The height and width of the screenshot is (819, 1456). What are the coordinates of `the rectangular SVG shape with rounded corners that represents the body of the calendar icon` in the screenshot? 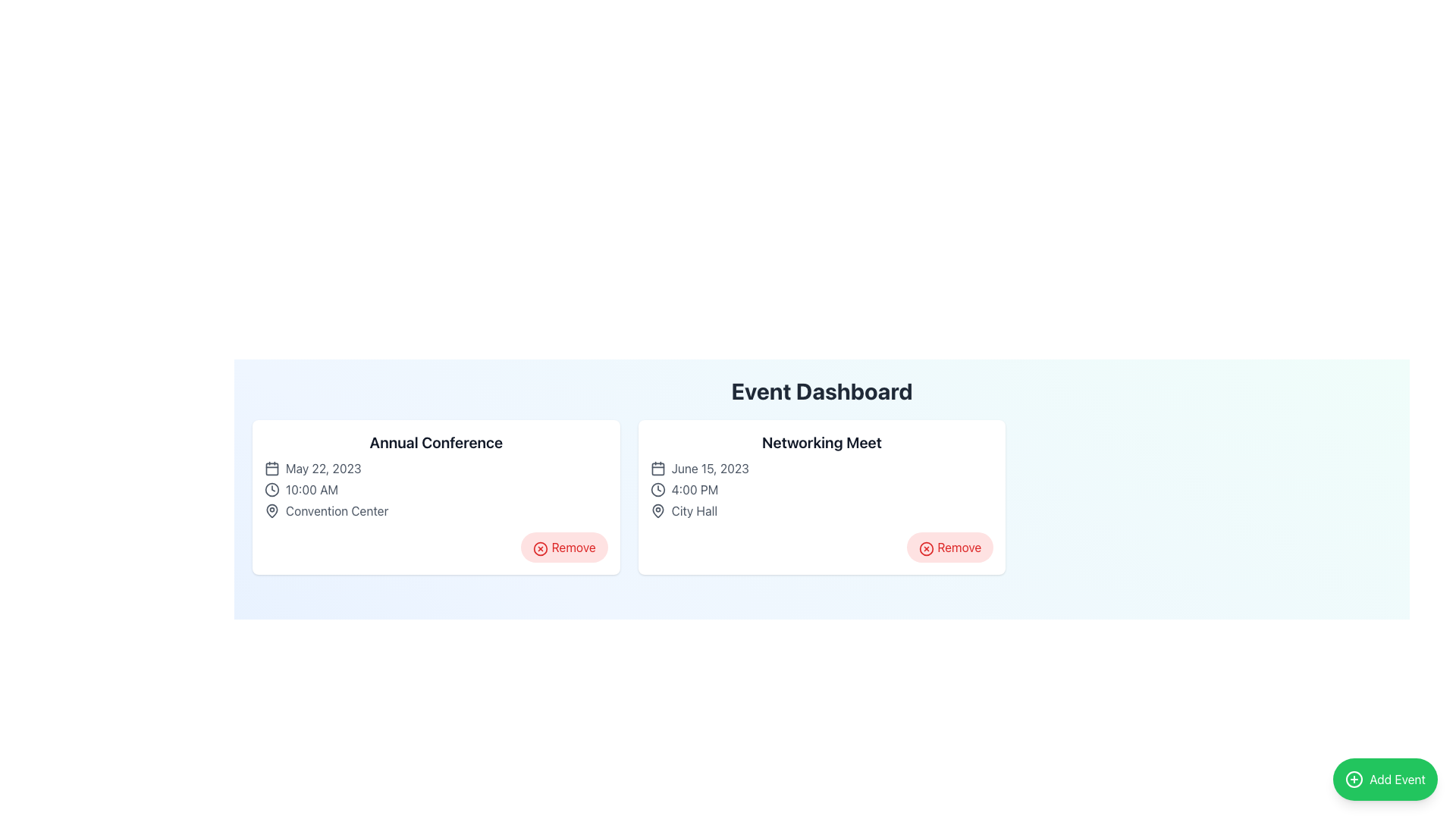 It's located at (657, 468).